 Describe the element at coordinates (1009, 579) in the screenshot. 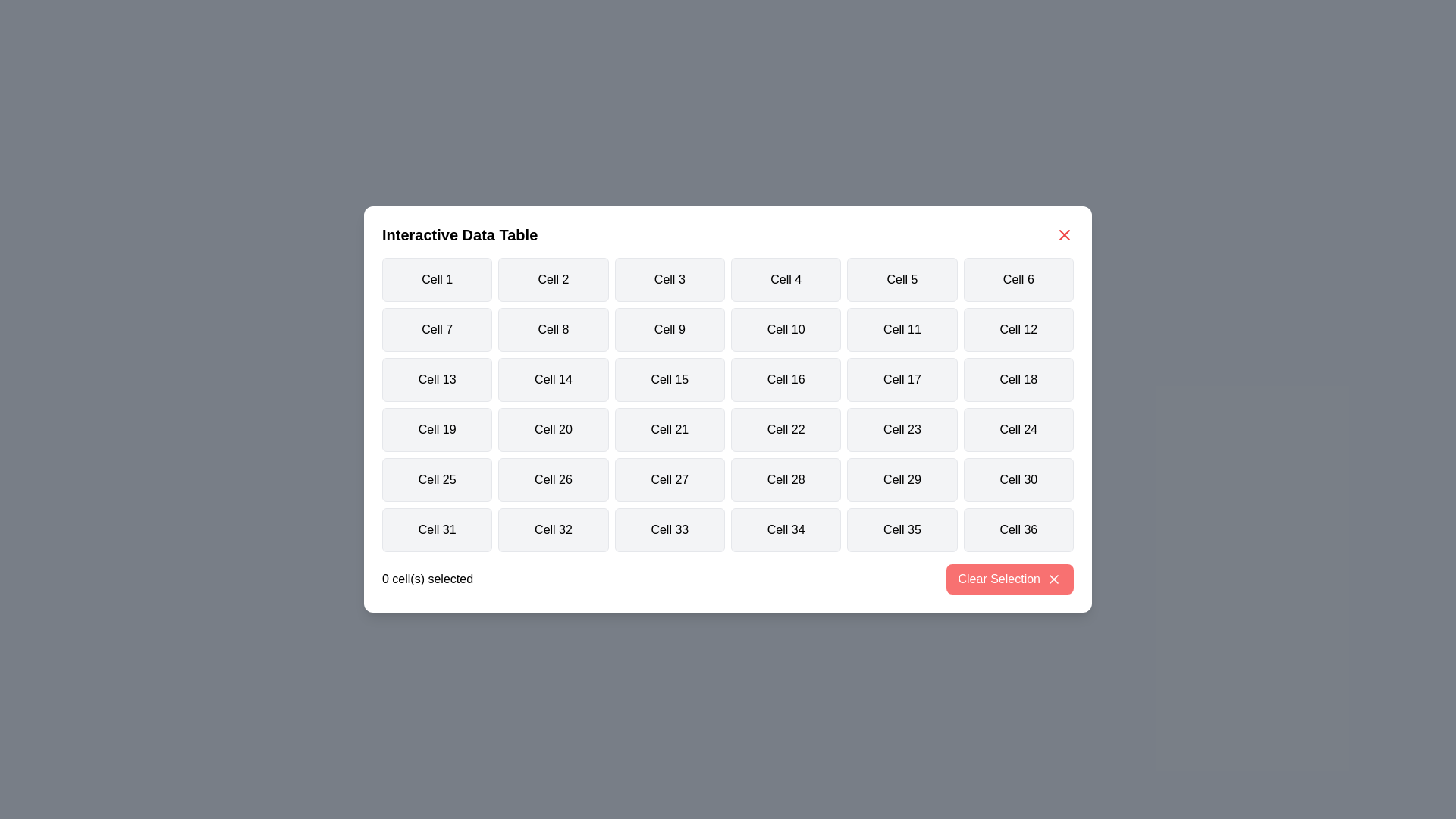

I see `the 'Clear Selection' button to clear all selected cells` at that location.